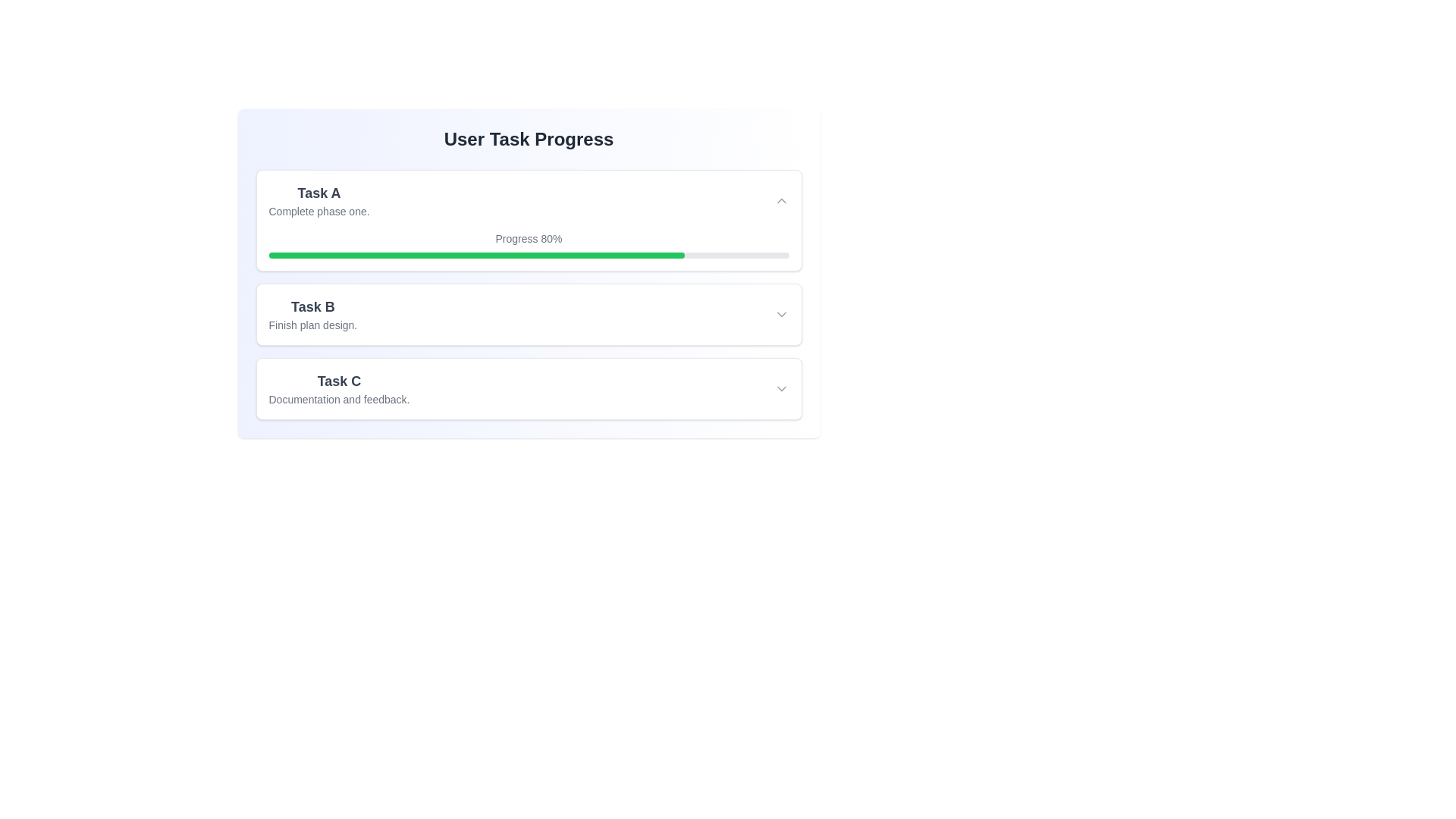 This screenshot has height=819, width=1456. What do you see at coordinates (318, 192) in the screenshot?
I see `the text label that identifies the first task in the 'User Task Progress' interface, positioned above the description 'Complete phase one.'` at bounding box center [318, 192].